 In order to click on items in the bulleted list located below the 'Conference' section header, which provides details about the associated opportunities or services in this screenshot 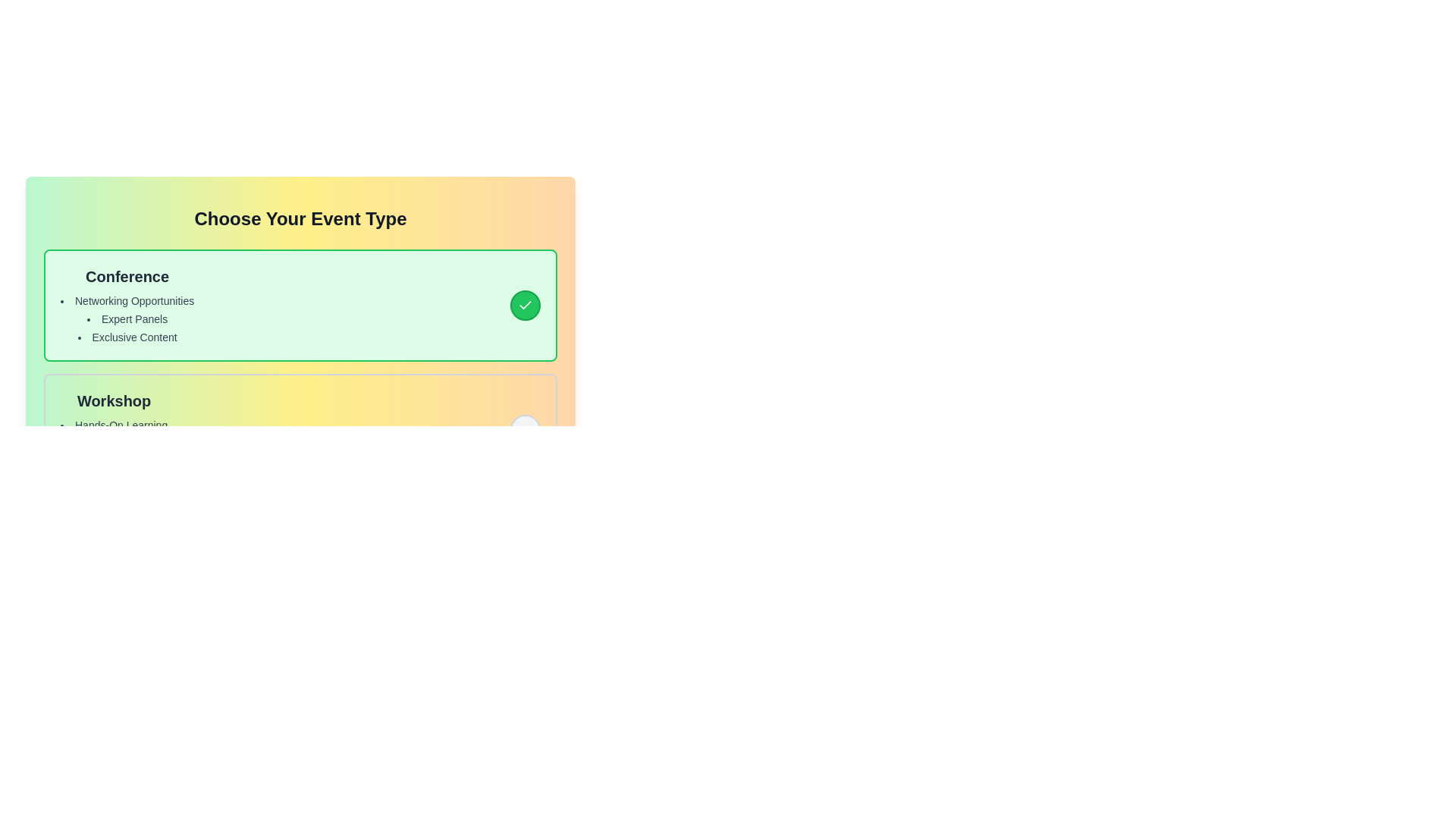, I will do `click(127, 318)`.